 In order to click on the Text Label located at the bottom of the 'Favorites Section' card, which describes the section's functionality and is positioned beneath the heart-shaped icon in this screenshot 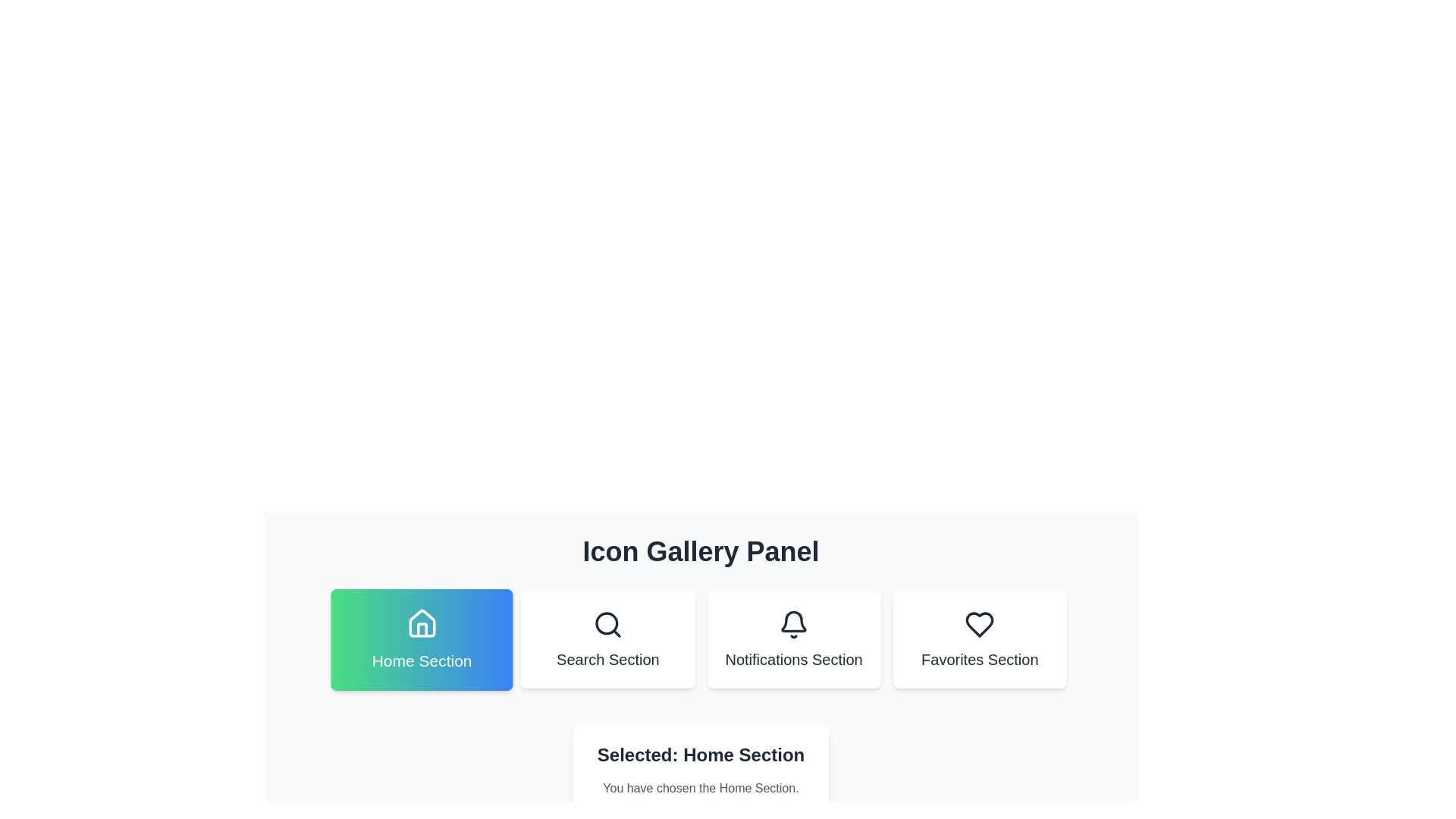, I will do `click(980, 659)`.